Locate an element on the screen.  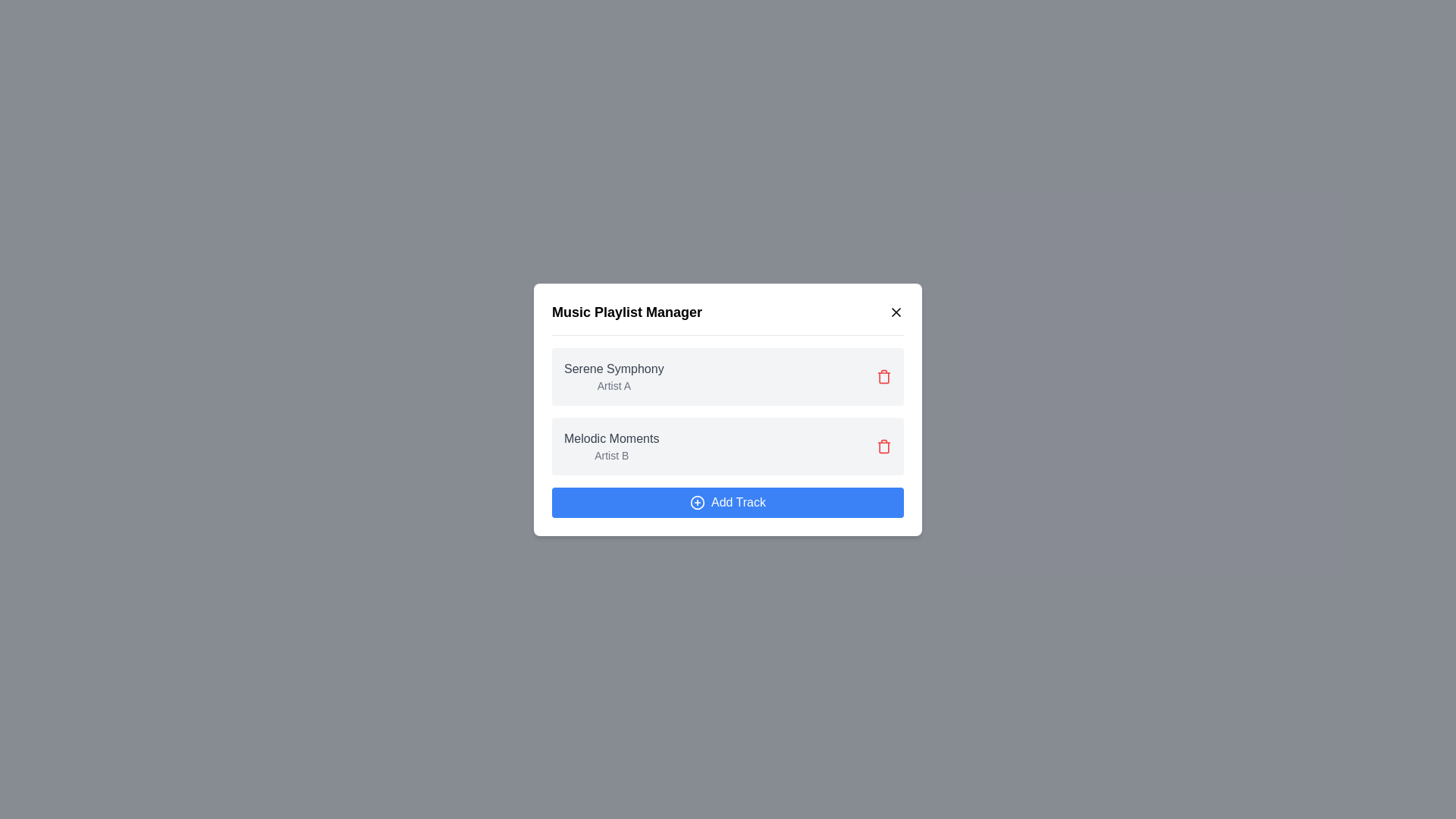
text from the Text Label titled 'Serene Symphony', which identifies the track in the first playlist entry is located at coordinates (613, 369).